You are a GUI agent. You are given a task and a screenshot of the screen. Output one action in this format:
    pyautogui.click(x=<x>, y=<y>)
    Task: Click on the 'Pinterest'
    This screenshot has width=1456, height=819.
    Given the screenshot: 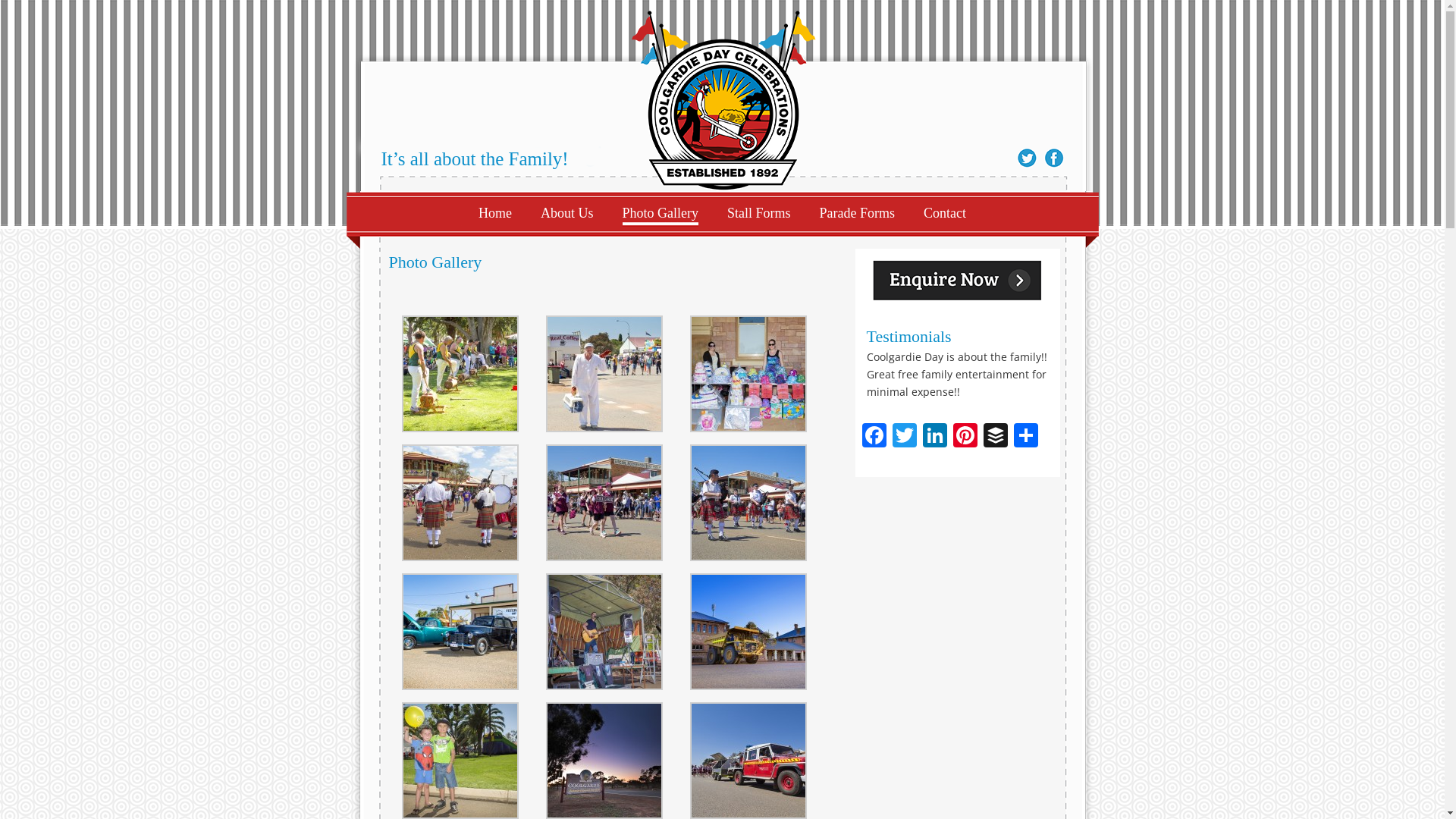 What is the action you would take?
    pyautogui.click(x=964, y=436)
    